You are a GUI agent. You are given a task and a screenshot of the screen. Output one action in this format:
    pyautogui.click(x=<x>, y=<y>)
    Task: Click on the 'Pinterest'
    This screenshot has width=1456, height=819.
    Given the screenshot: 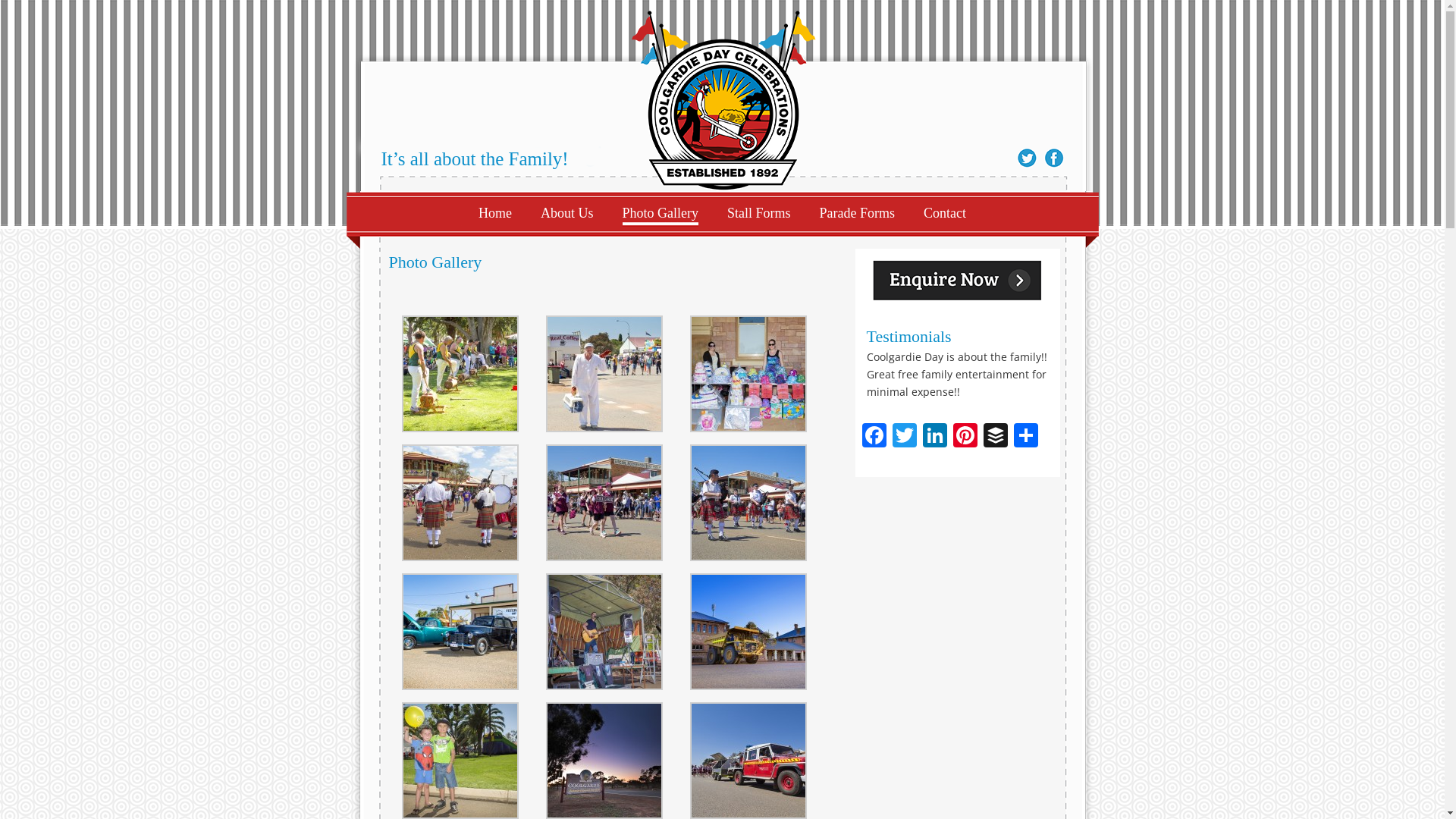 What is the action you would take?
    pyautogui.click(x=964, y=436)
    